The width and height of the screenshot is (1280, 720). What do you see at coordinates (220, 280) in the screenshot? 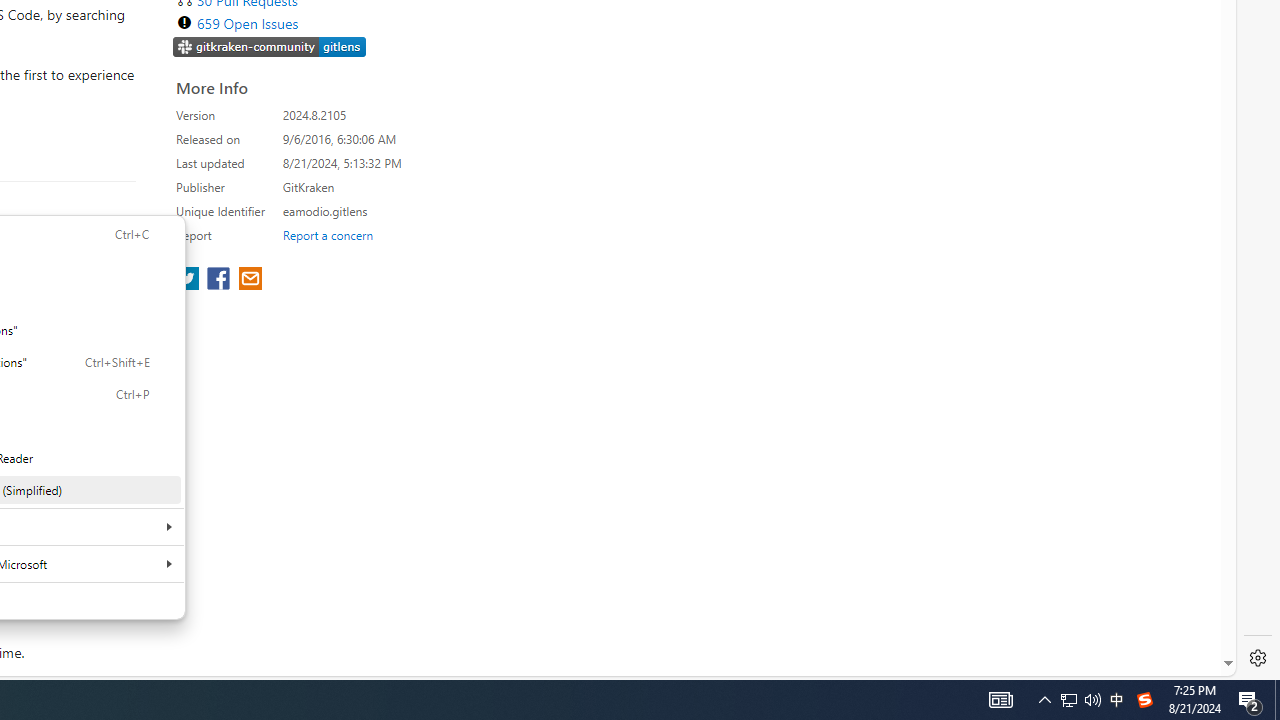
I see `'share extension on facebook'` at bounding box center [220, 280].